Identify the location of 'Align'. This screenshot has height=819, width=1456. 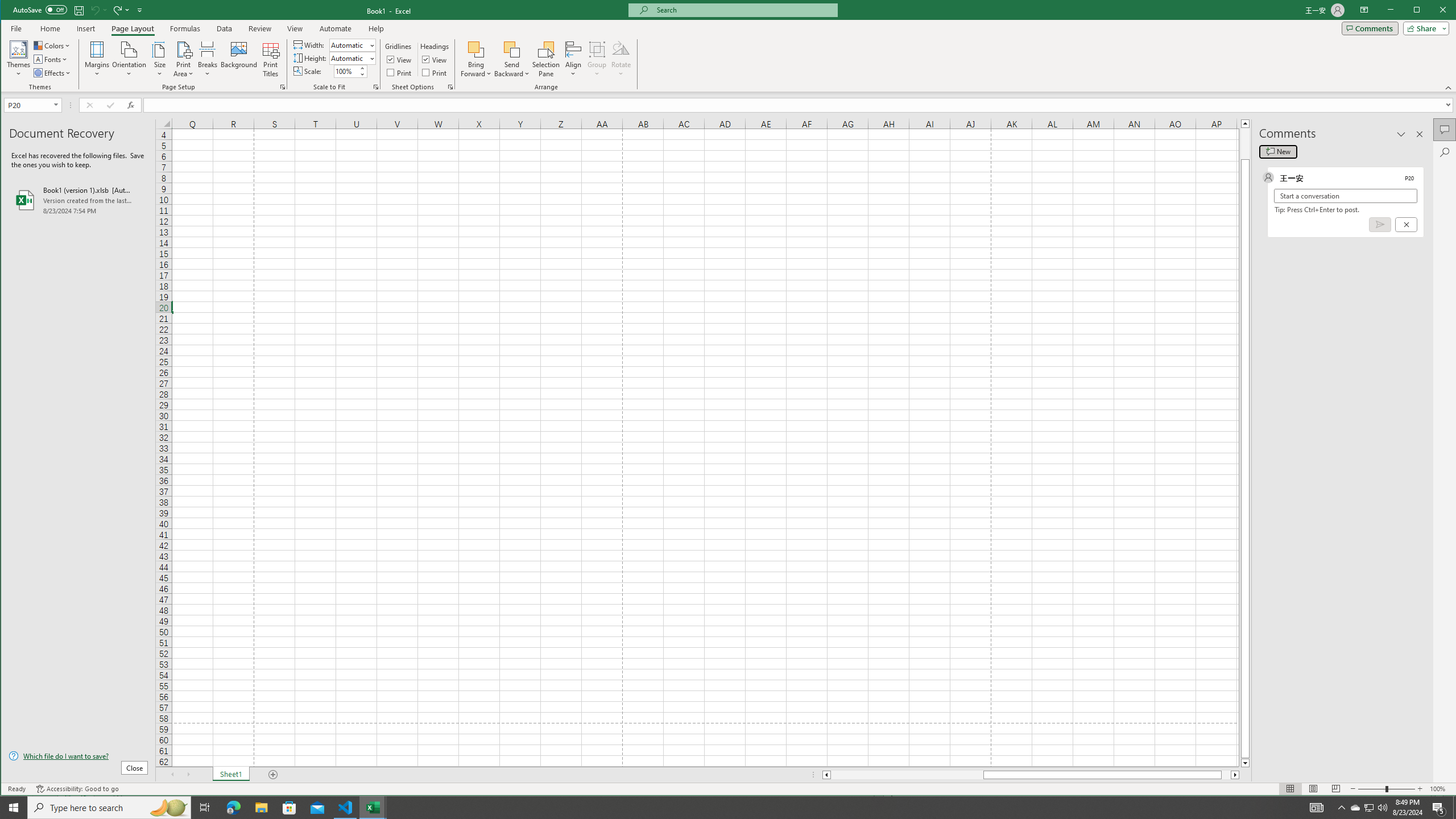
(573, 59).